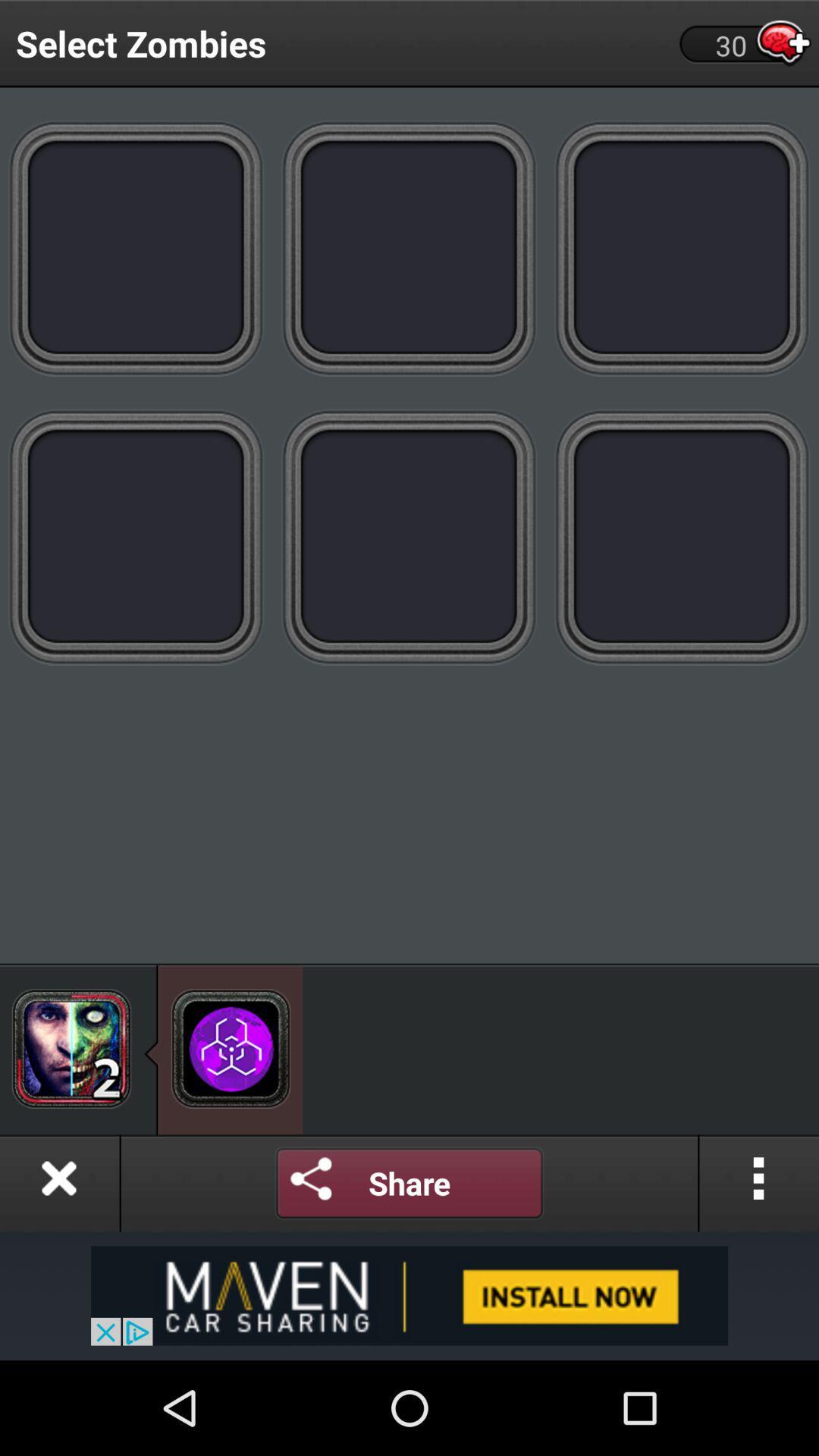 The height and width of the screenshot is (1456, 819). Describe the element at coordinates (759, 1266) in the screenshot. I see `the more icon` at that location.